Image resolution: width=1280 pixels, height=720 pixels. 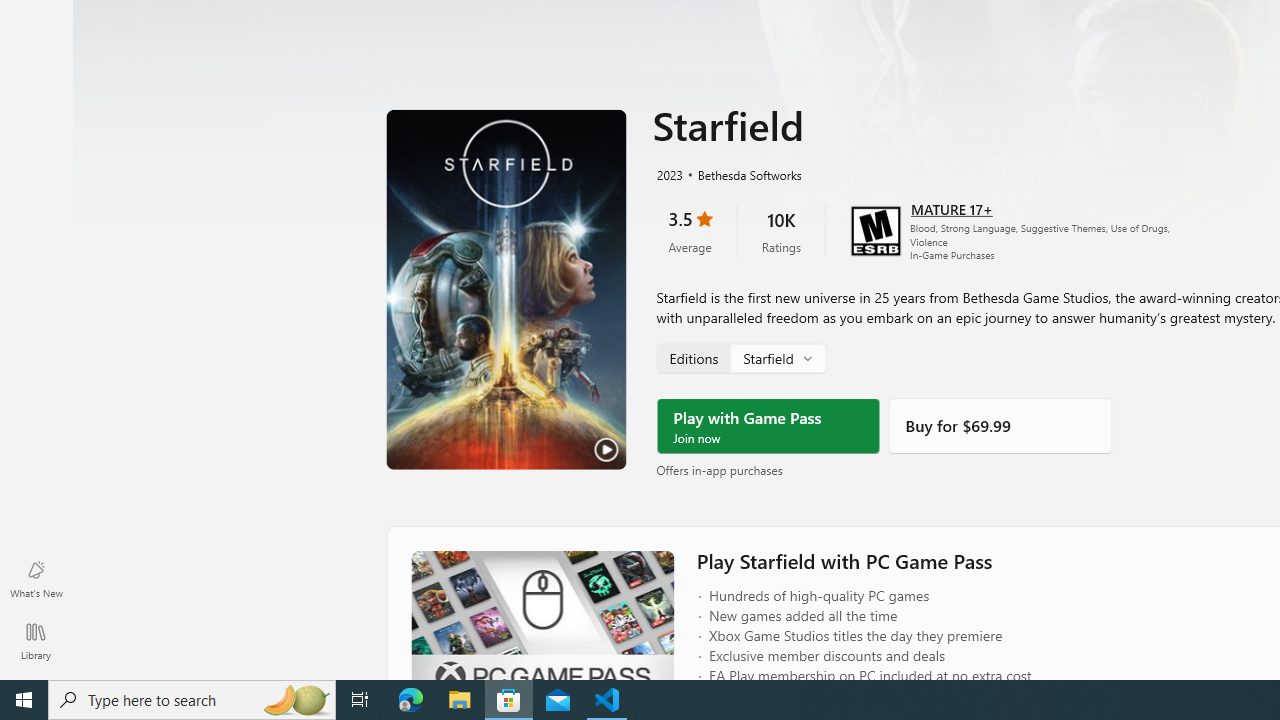 I want to click on 'Starfield, Edition selector', so click(x=739, y=356).